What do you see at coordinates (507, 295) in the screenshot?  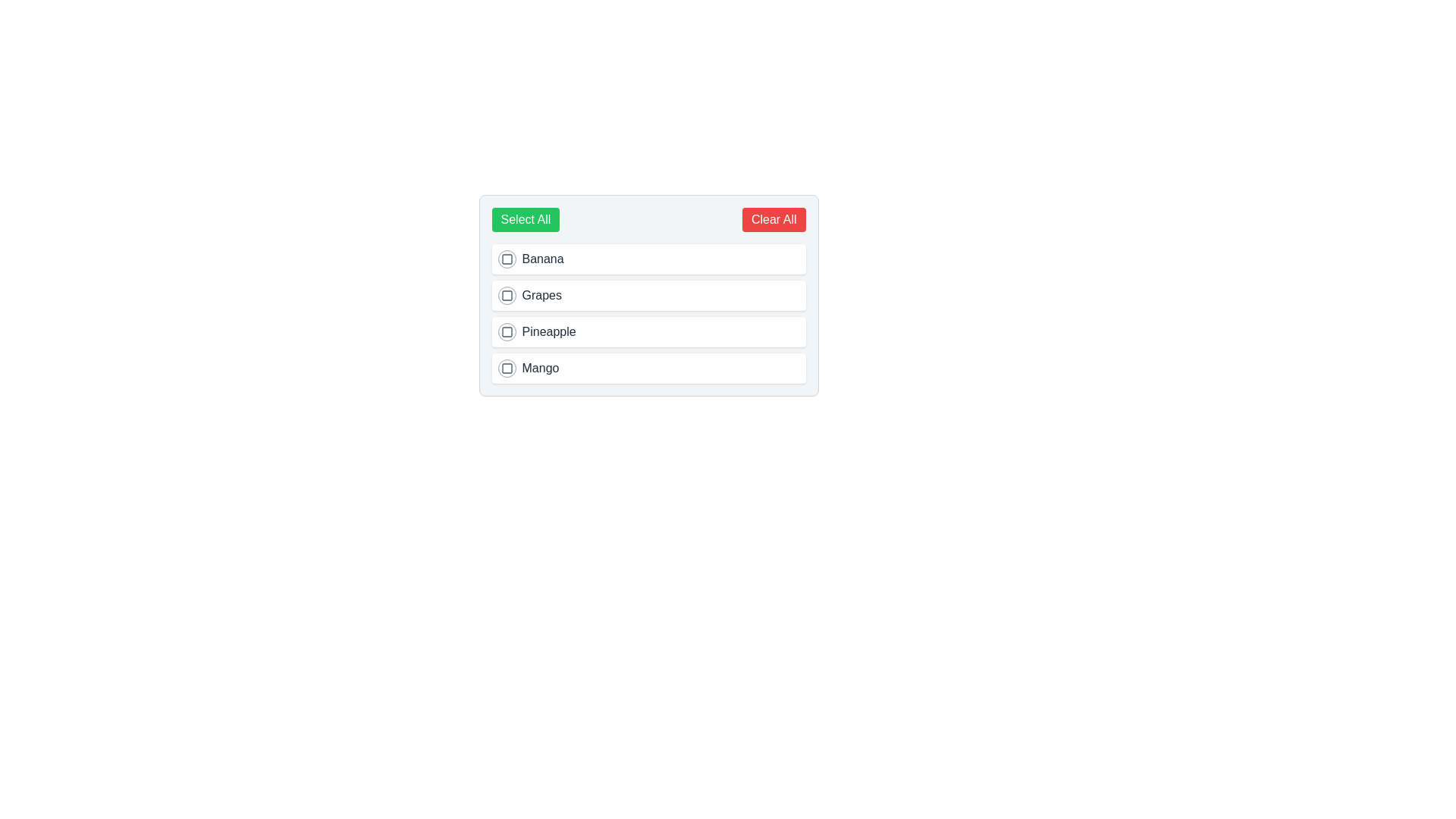 I see `the checkbox associated with the item 'Grapes'` at bounding box center [507, 295].